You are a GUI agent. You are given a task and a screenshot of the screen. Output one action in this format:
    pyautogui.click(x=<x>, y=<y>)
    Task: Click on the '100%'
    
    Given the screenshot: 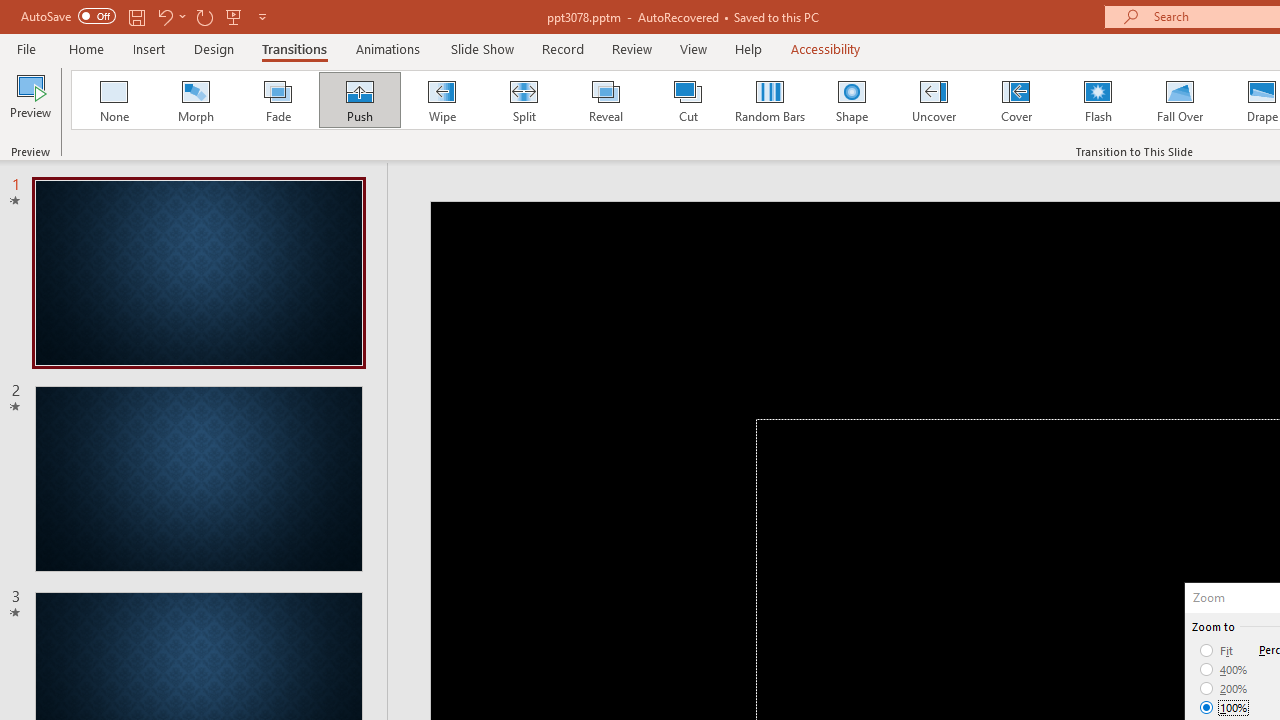 What is the action you would take?
    pyautogui.click(x=1223, y=706)
    